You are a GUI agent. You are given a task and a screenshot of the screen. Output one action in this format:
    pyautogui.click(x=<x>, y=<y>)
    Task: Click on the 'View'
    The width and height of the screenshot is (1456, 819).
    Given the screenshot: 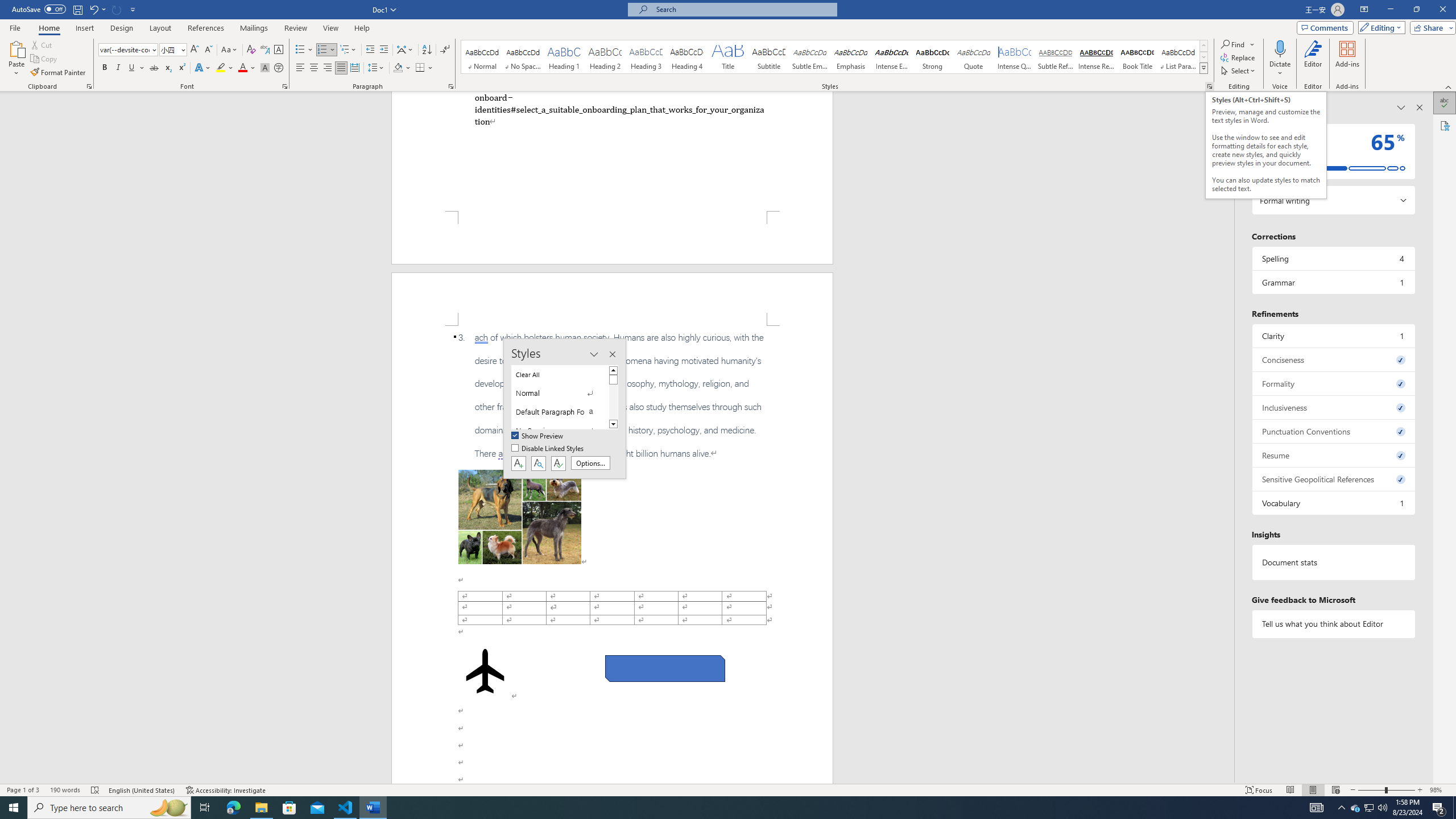 What is the action you would take?
    pyautogui.click(x=331, y=28)
    